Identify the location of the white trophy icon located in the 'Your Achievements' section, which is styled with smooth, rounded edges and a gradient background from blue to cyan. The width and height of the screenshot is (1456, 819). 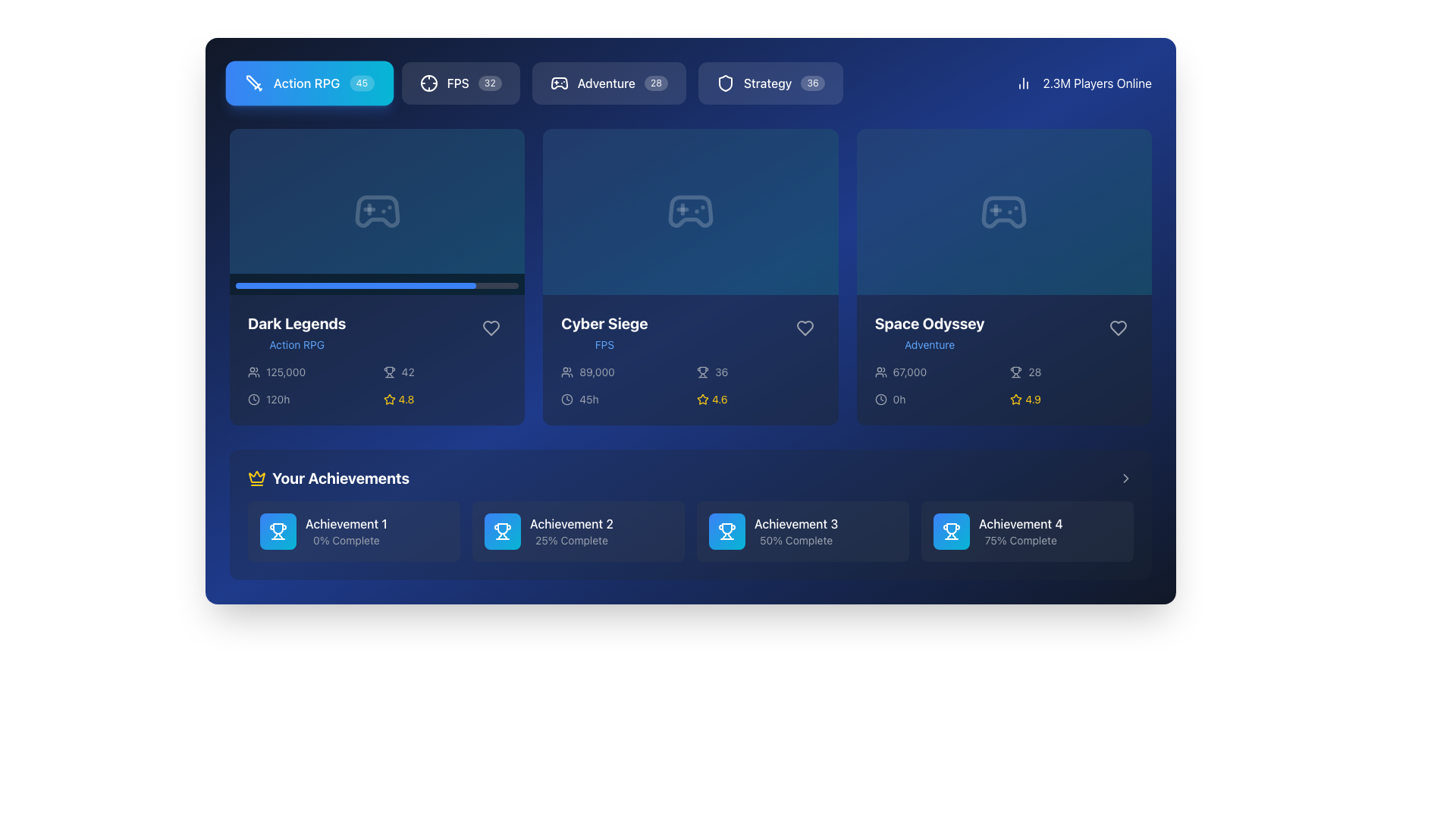
(726, 531).